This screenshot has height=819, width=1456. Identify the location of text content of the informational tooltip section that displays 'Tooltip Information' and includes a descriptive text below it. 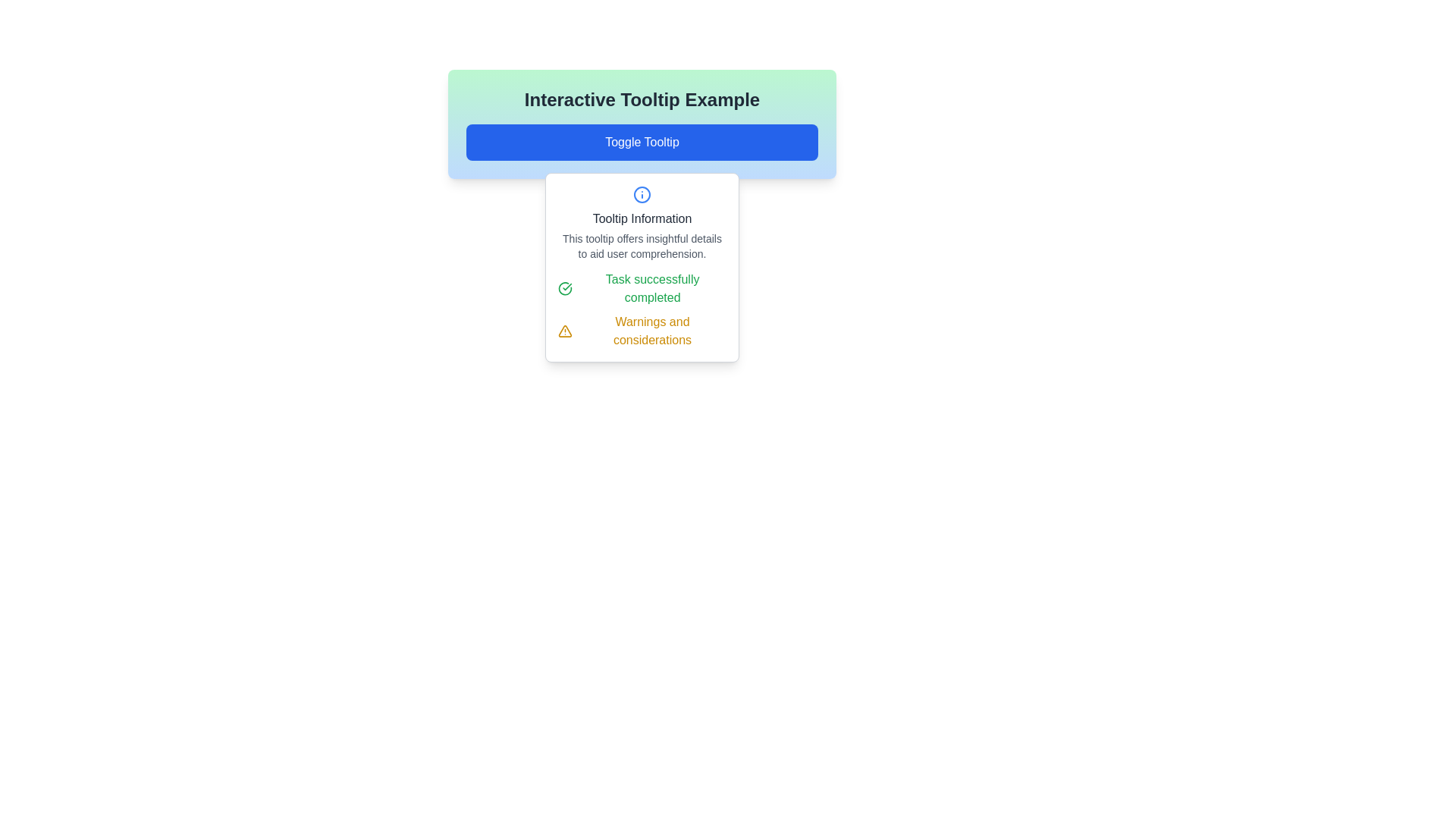
(642, 223).